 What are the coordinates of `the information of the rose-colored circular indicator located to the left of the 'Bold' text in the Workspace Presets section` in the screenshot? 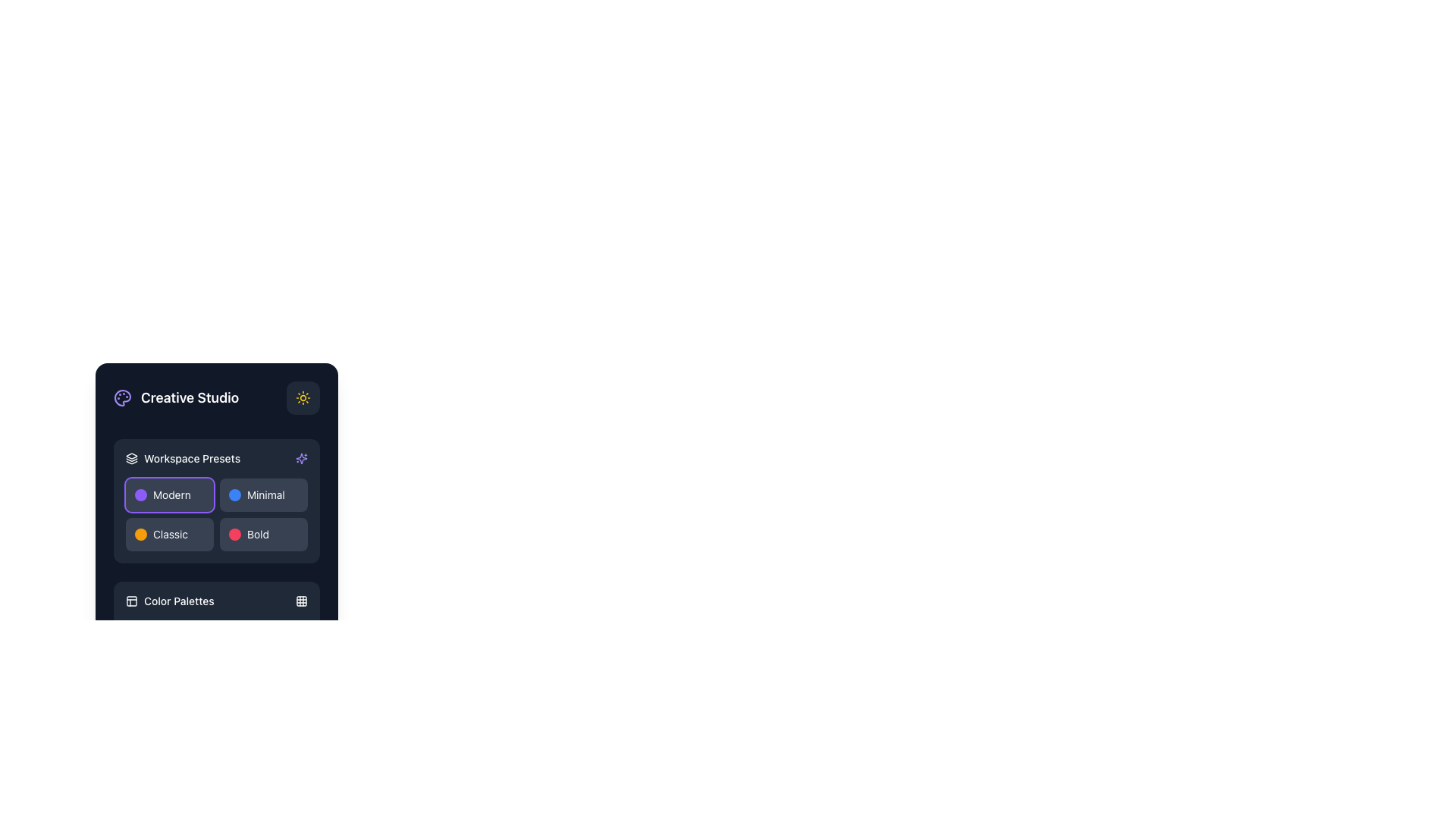 It's located at (234, 534).